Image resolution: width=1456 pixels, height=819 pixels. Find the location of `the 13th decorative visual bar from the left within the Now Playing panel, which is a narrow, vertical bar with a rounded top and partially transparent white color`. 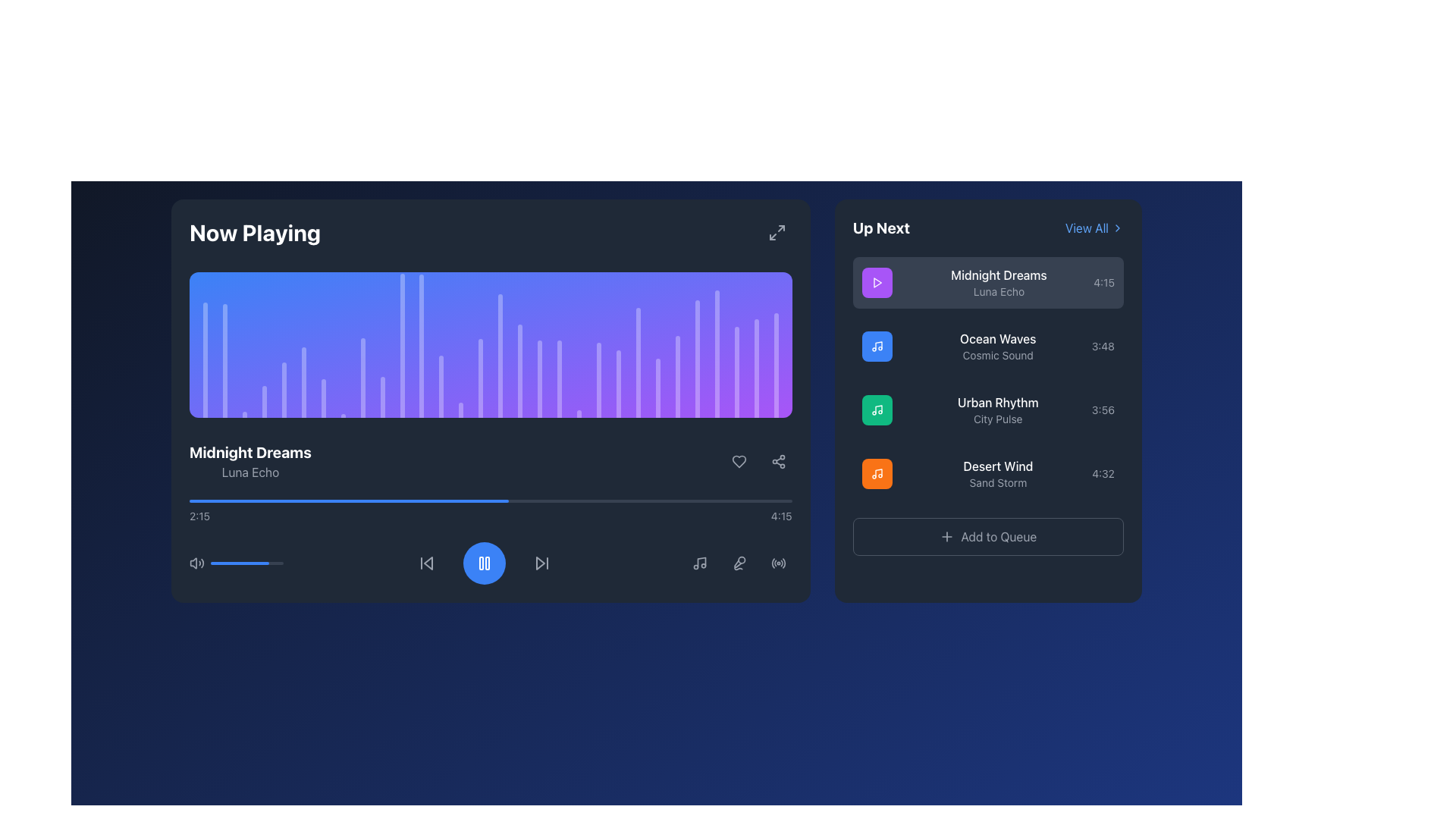

the 13th decorative visual bar from the left within the Now Playing panel, which is a narrow, vertical bar with a rounded top and partially transparent white color is located at coordinates (460, 410).